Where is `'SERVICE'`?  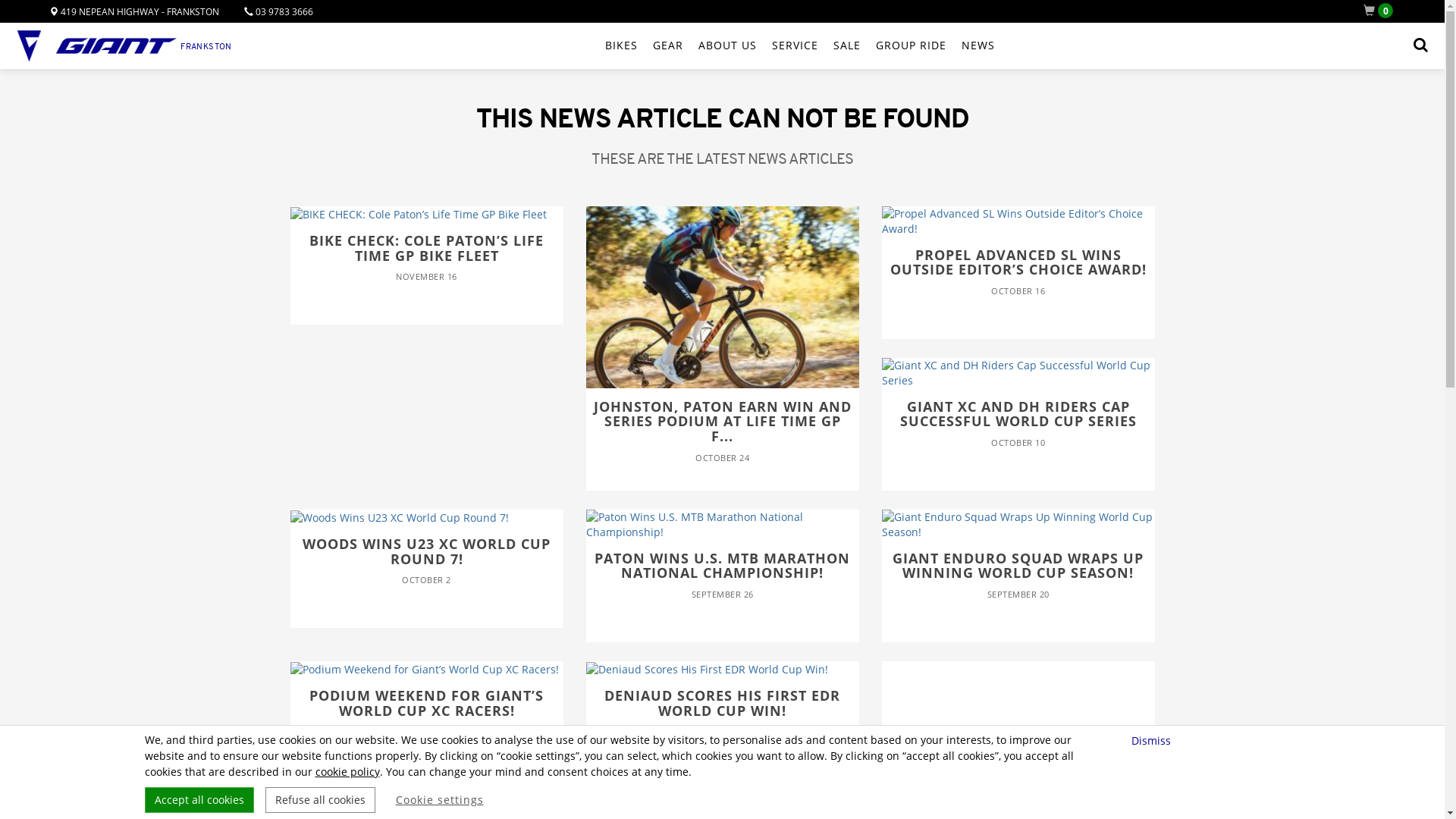
'SERVICE' is located at coordinates (794, 45).